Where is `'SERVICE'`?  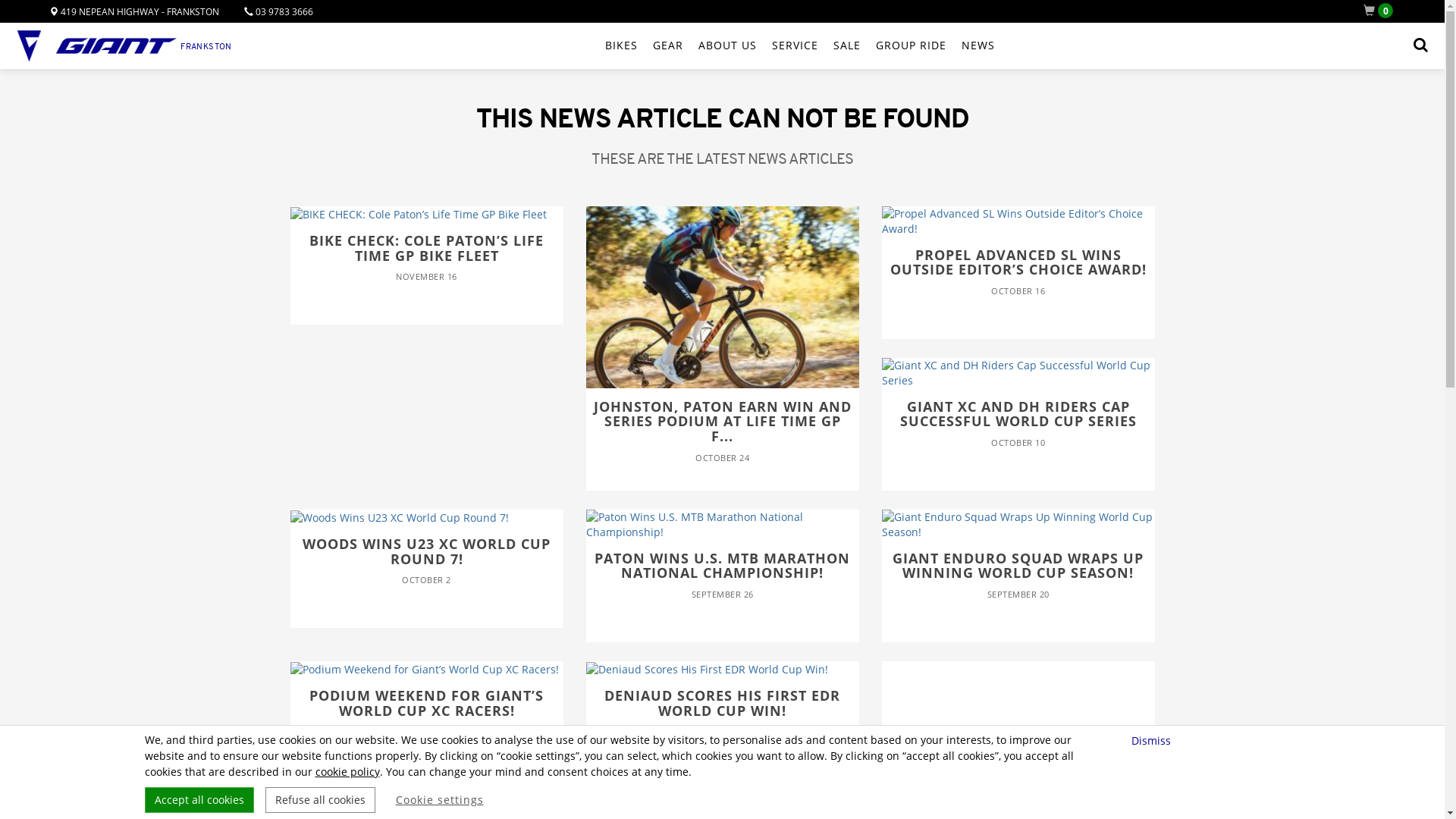
'SERVICE' is located at coordinates (794, 45).